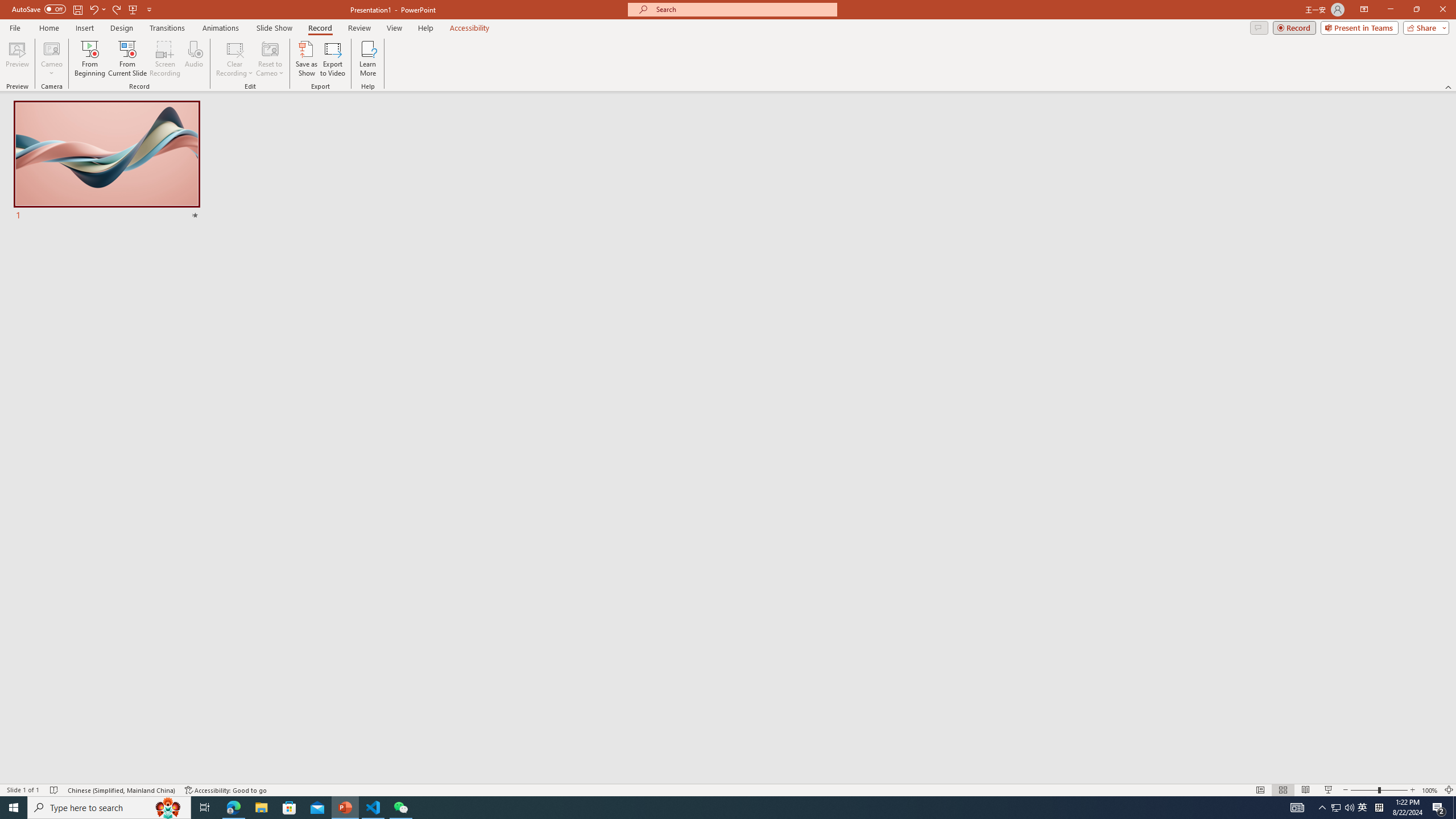 The height and width of the screenshot is (819, 1456). I want to click on 'Zoom 100%', so click(1430, 790).